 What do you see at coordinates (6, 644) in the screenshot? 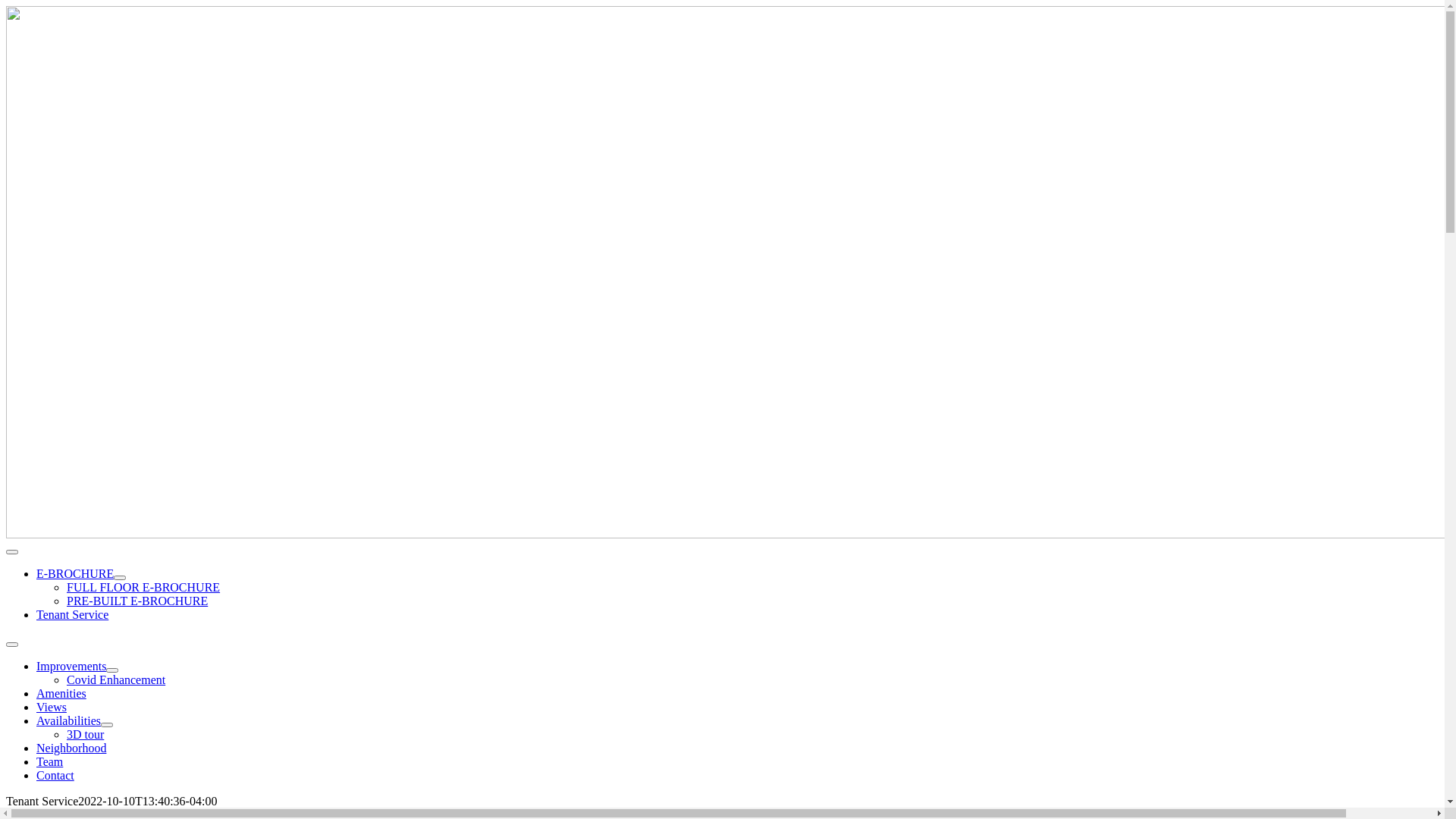
I see `'Toggle Navigation'` at bounding box center [6, 644].